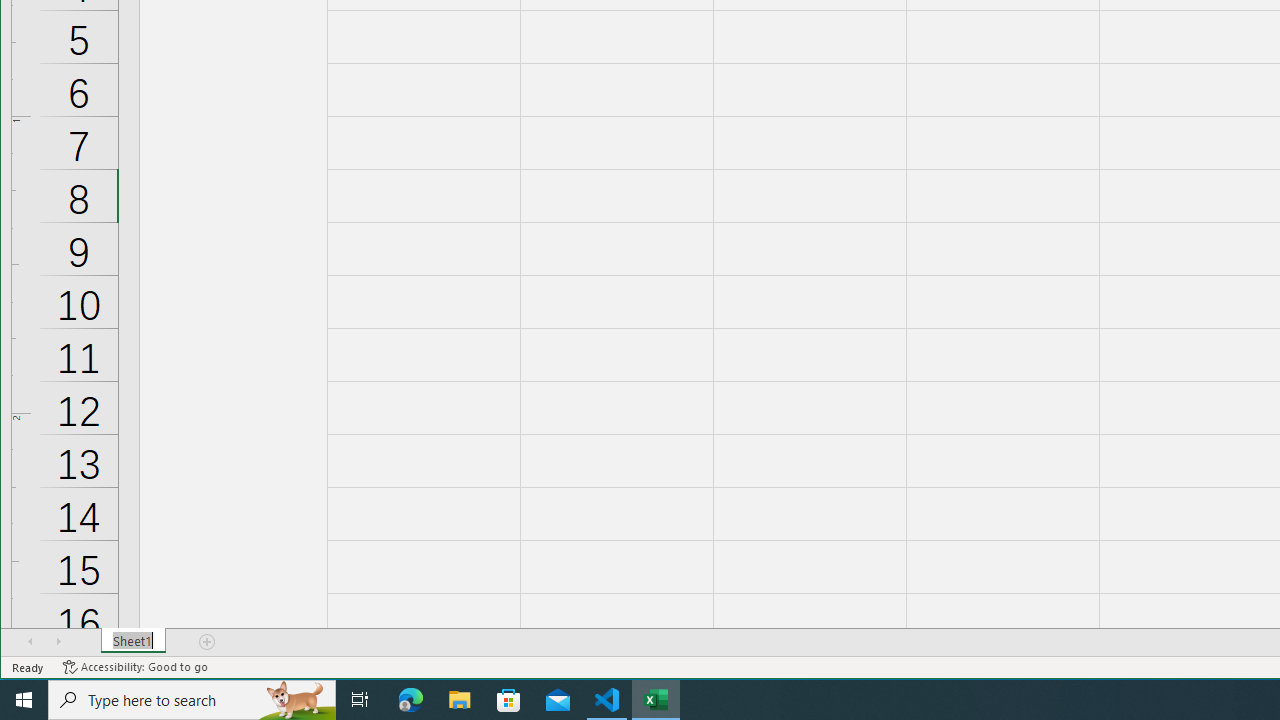  What do you see at coordinates (509, 698) in the screenshot?
I see `'Microsoft Store'` at bounding box center [509, 698].